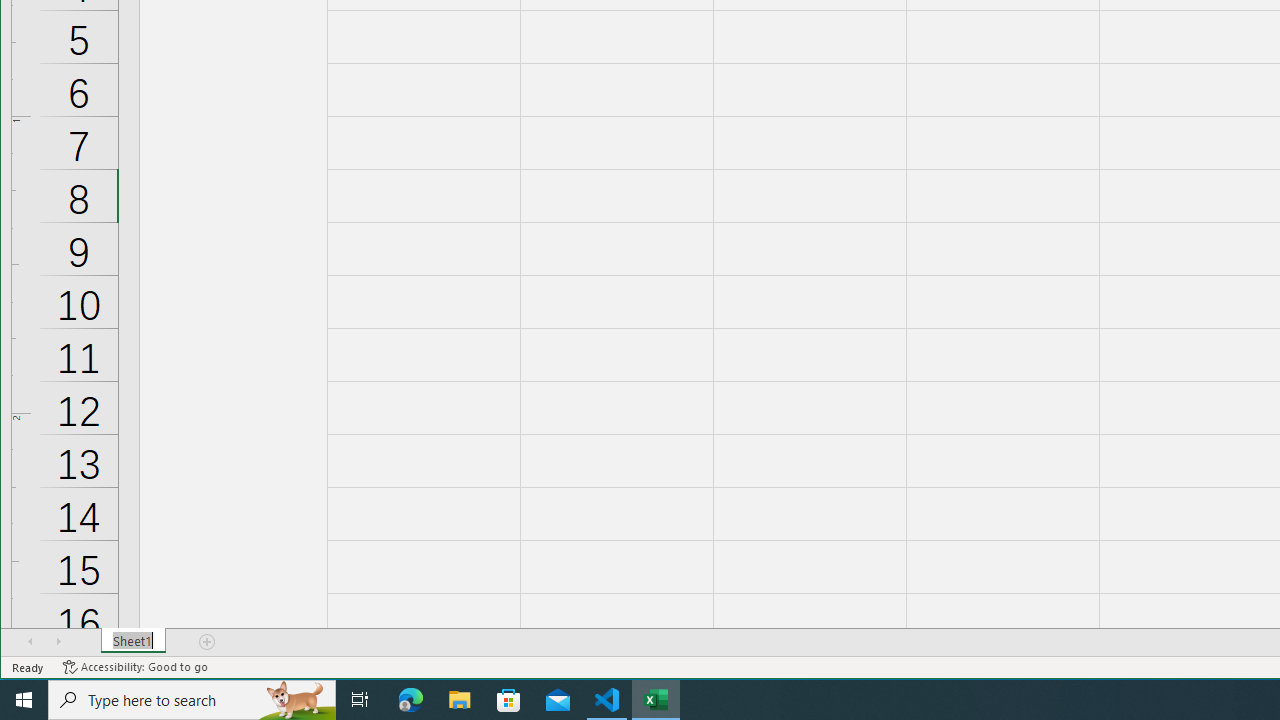  What do you see at coordinates (509, 698) in the screenshot?
I see `'Microsoft Store'` at bounding box center [509, 698].